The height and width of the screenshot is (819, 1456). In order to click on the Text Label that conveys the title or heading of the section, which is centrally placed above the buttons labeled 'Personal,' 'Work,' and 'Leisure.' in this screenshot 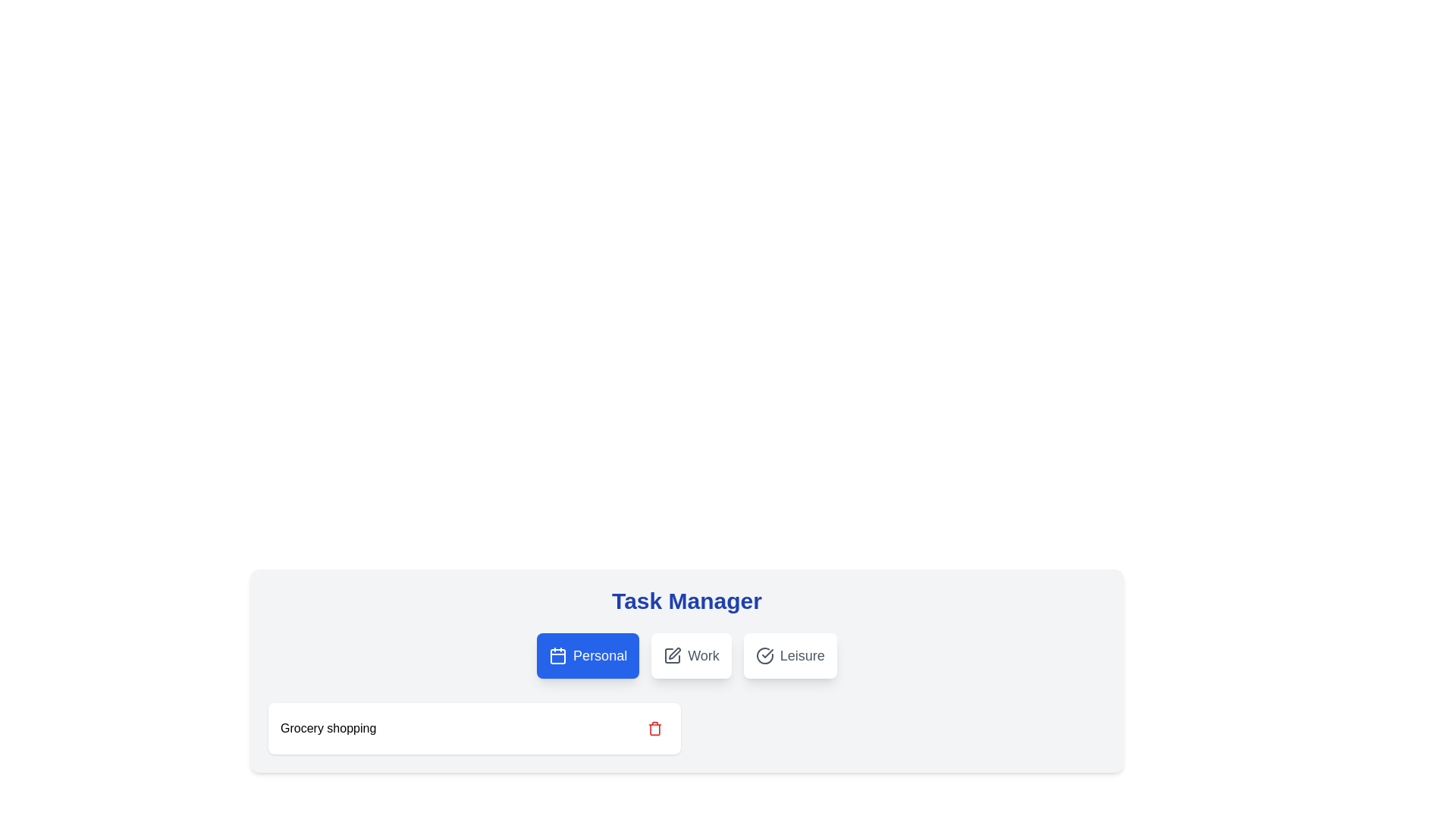, I will do `click(686, 601)`.